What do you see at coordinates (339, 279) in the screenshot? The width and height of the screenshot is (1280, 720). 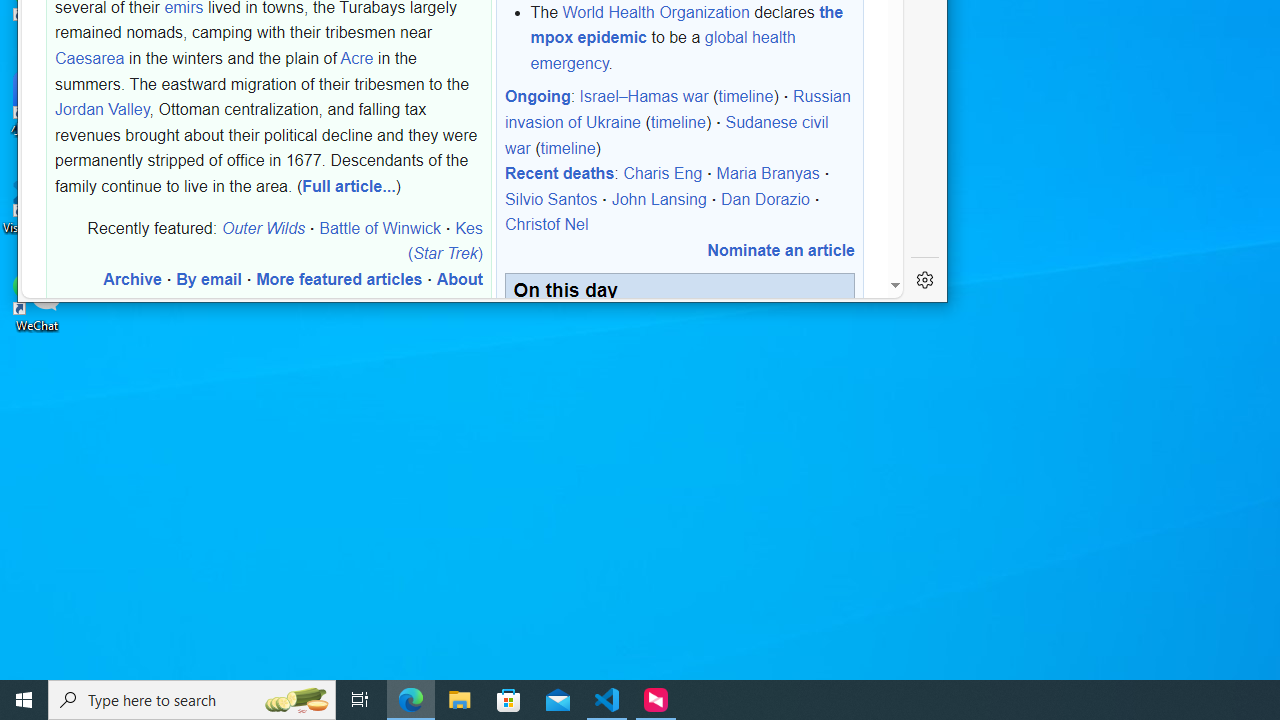 I see `'More featured articles'` at bounding box center [339, 279].